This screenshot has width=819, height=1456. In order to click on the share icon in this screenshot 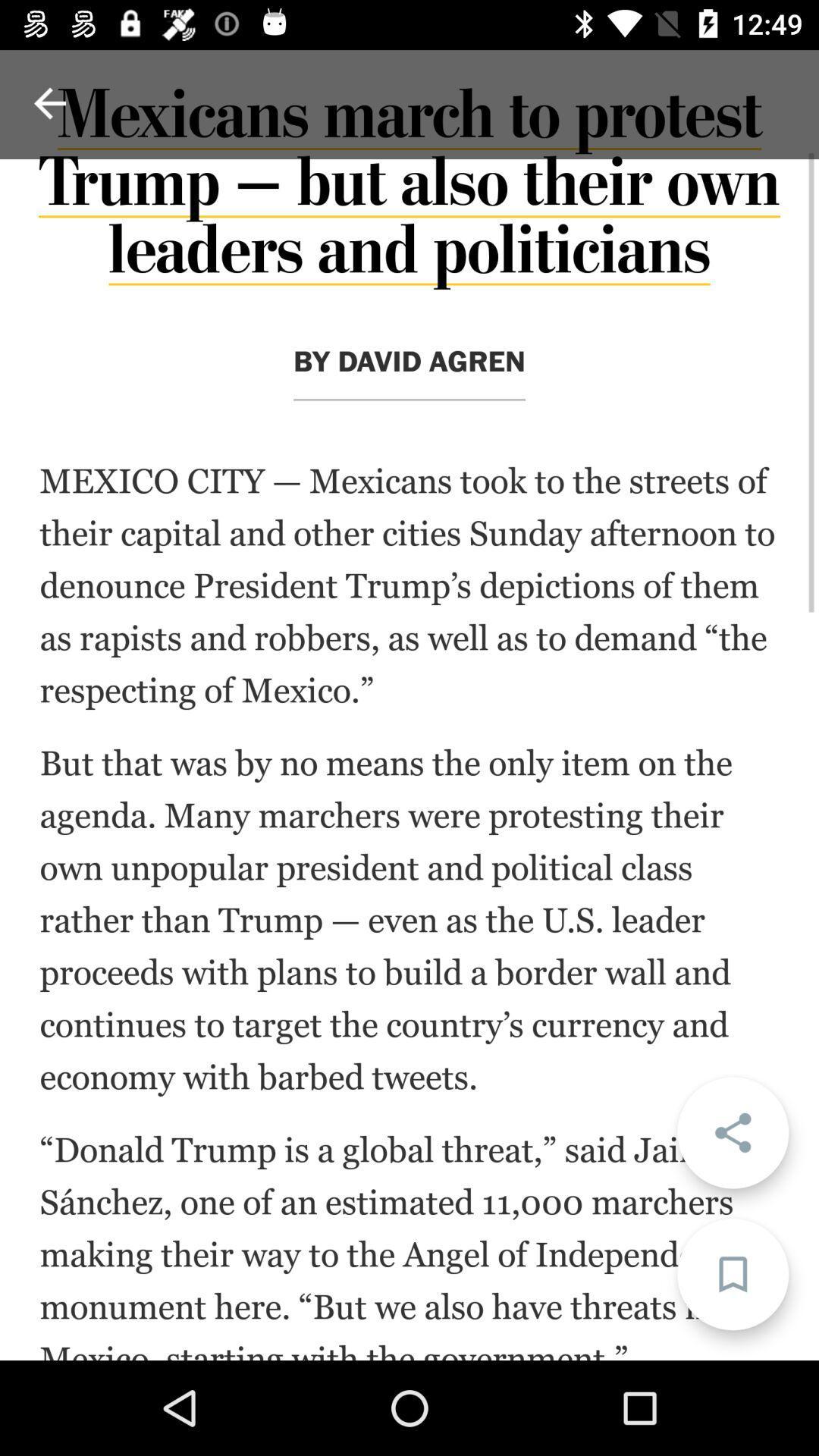, I will do `click(732, 1132)`.